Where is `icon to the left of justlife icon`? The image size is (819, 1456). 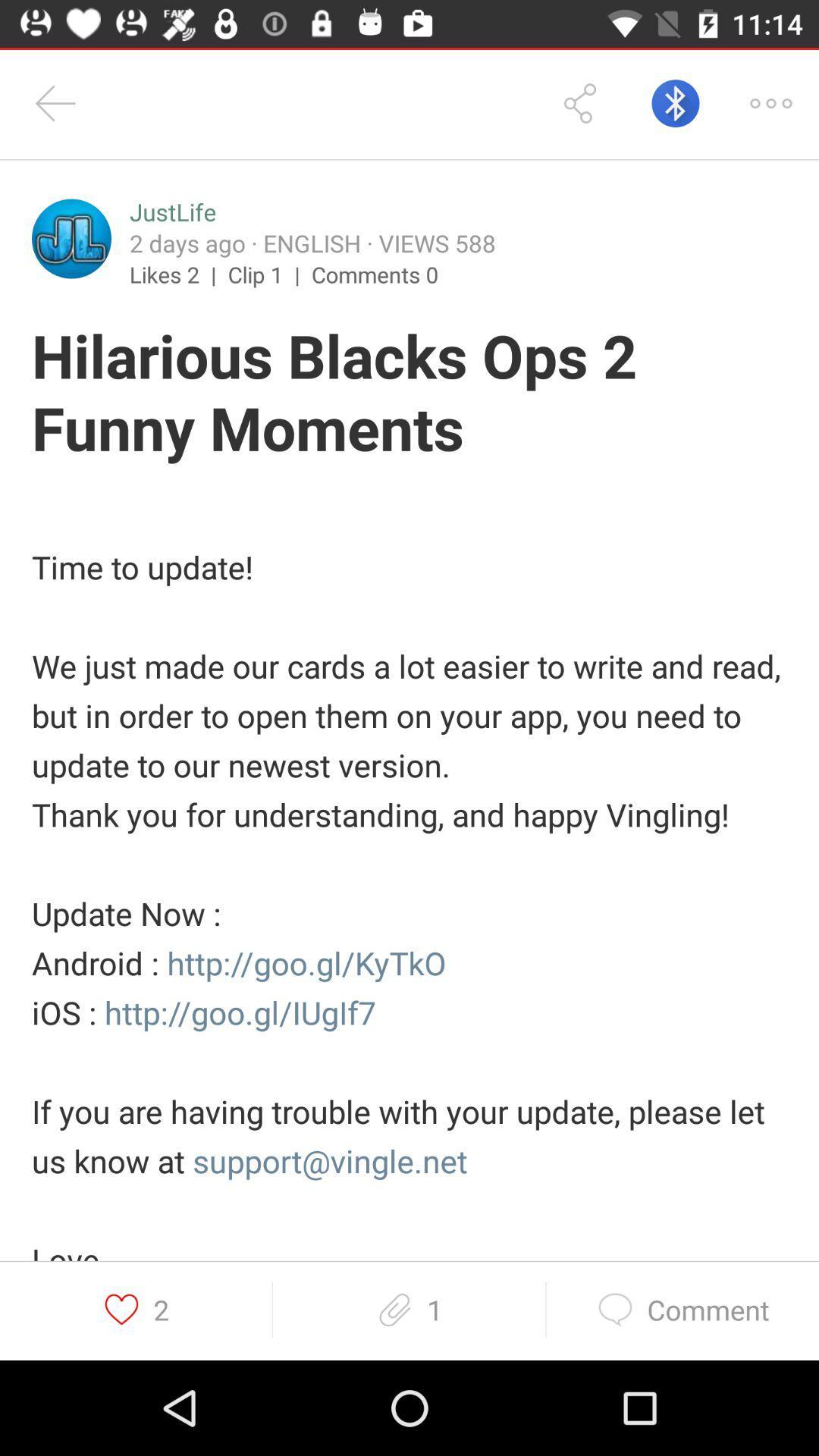
icon to the left of justlife icon is located at coordinates (71, 238).